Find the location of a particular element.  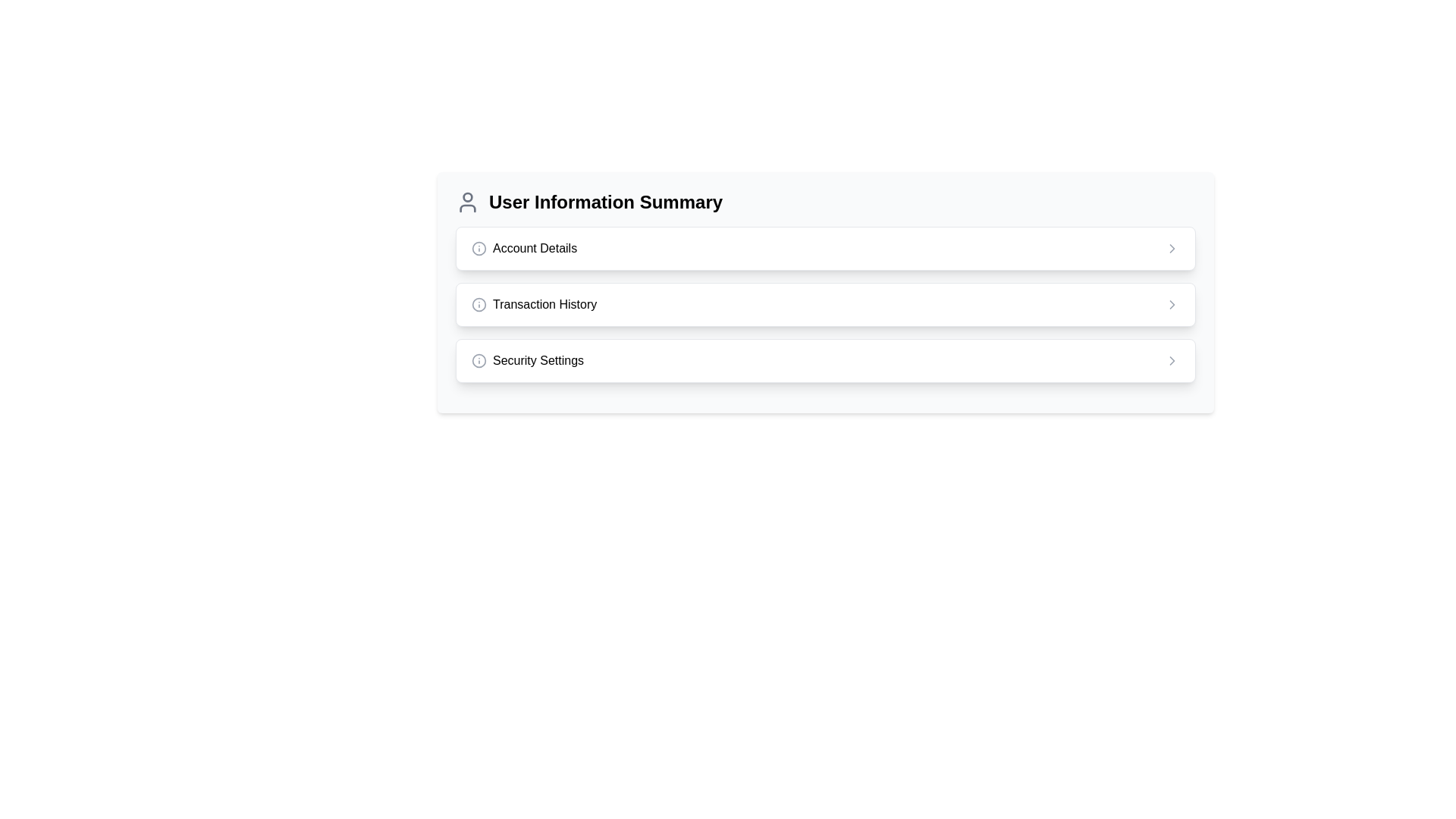

the icon related to the 'Account Details' menu option, which is located next to the 'Account Details' list item in the user information summary table is located at coordinates (479, 247).